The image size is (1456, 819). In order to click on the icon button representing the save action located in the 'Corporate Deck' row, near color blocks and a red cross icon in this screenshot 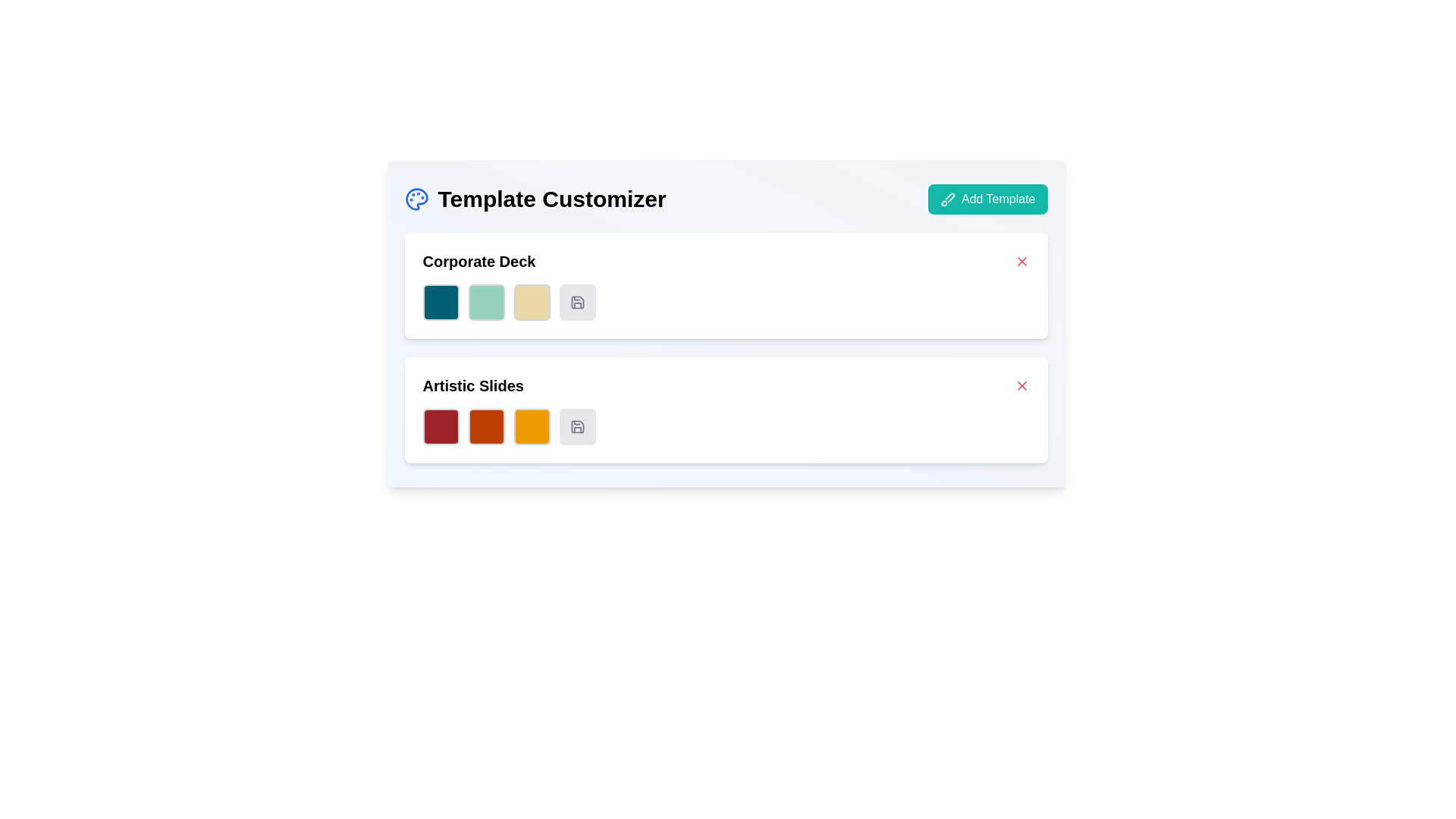, I will do `click(576, 302)`.